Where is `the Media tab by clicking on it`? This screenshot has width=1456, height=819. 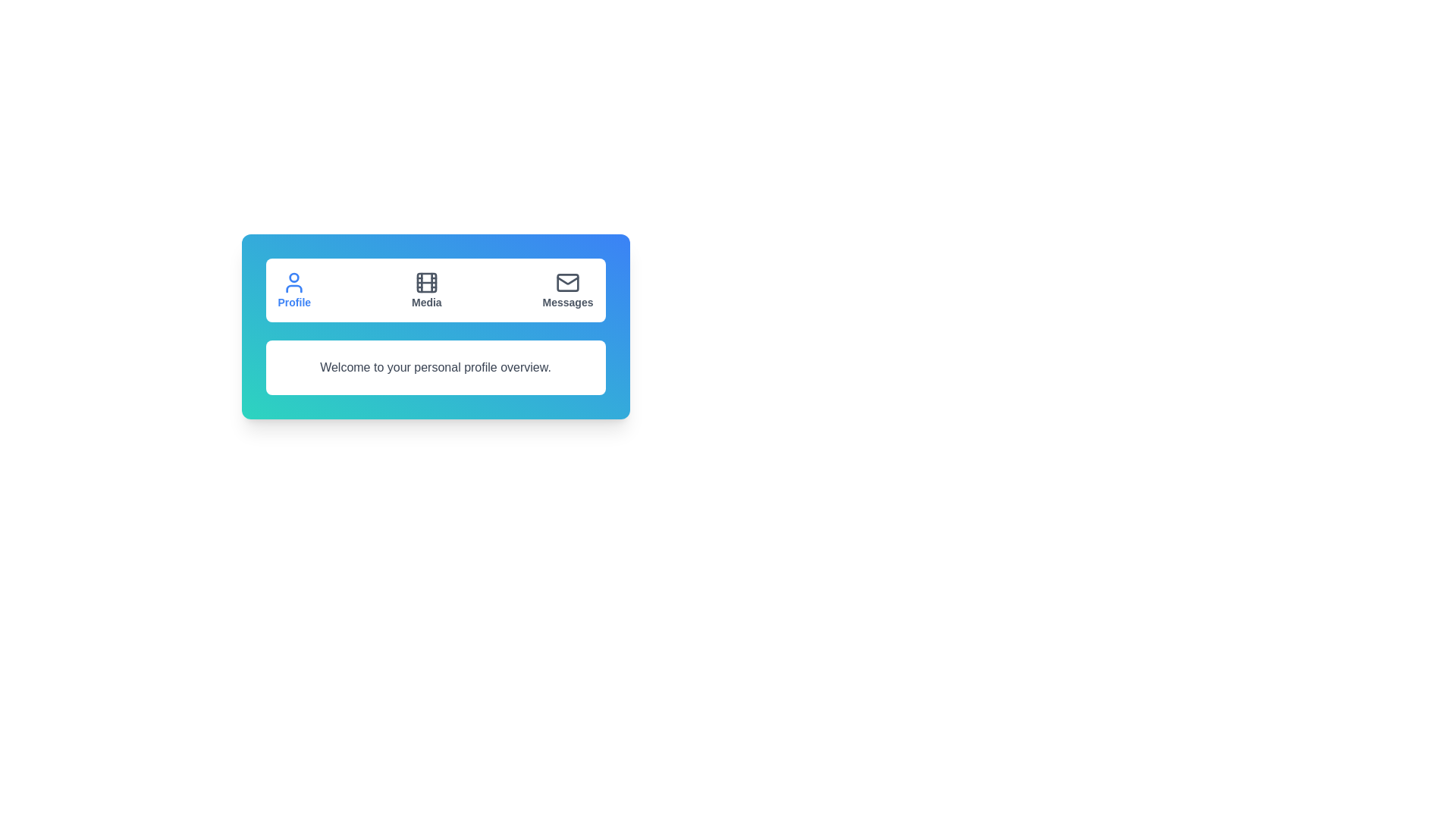
the Media tab by clicking on it is located at coordinates (425, 290).